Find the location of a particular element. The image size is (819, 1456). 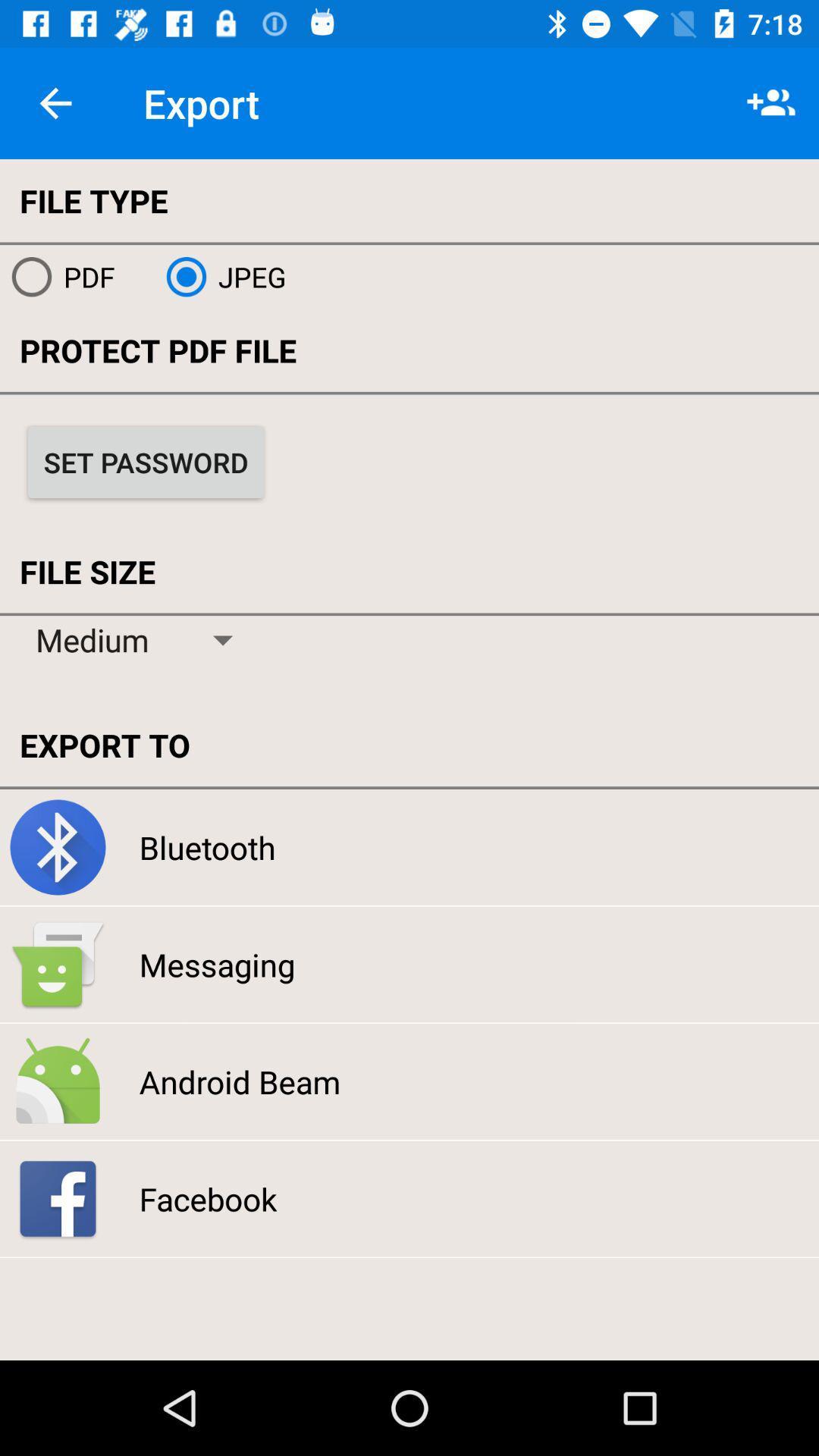

bluetooth is located at coordinates (207, 846).